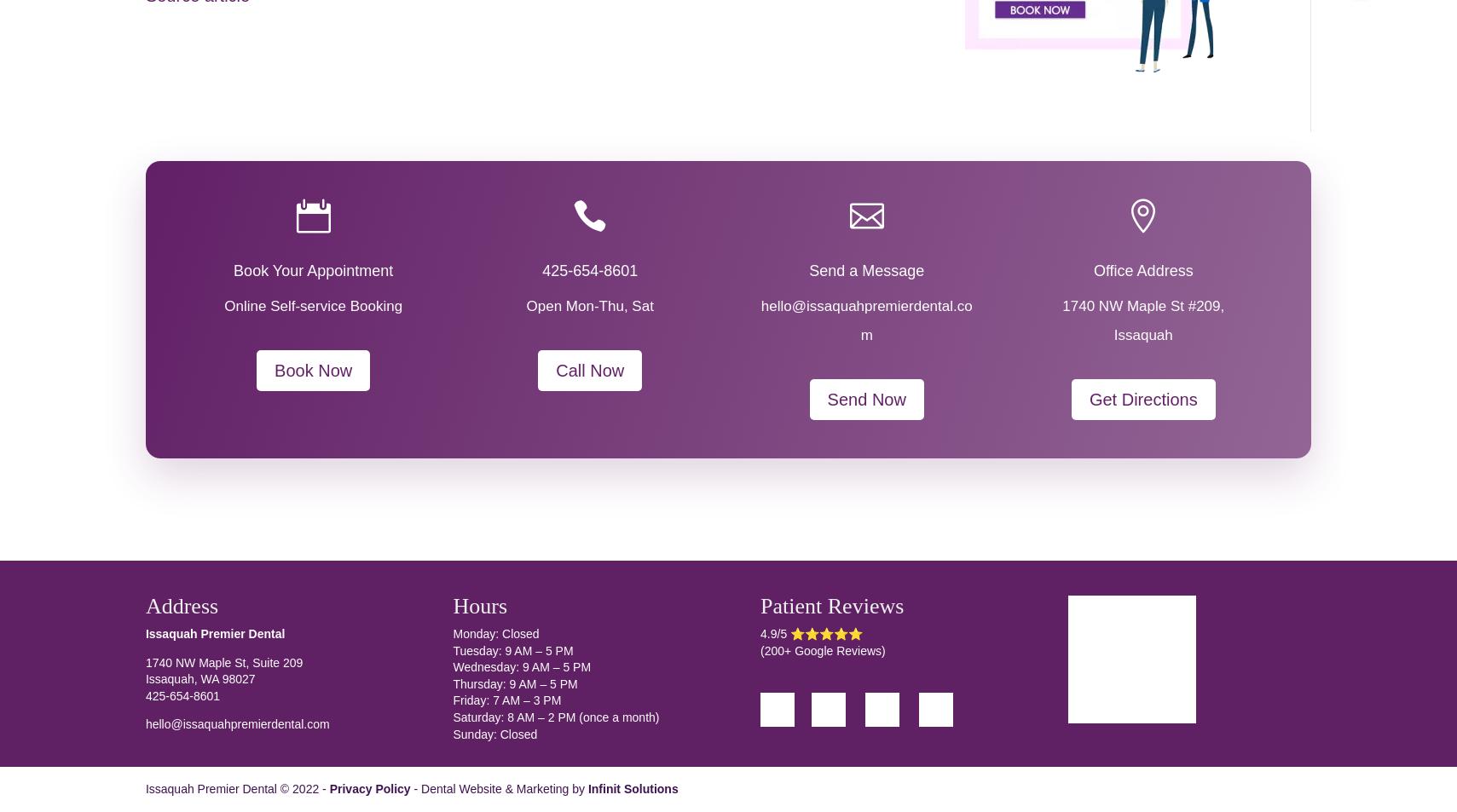  Describe the element at coordinates (588, 304) in the screenshot. I see `'Open Mon-Thu, Sat'` at that location.